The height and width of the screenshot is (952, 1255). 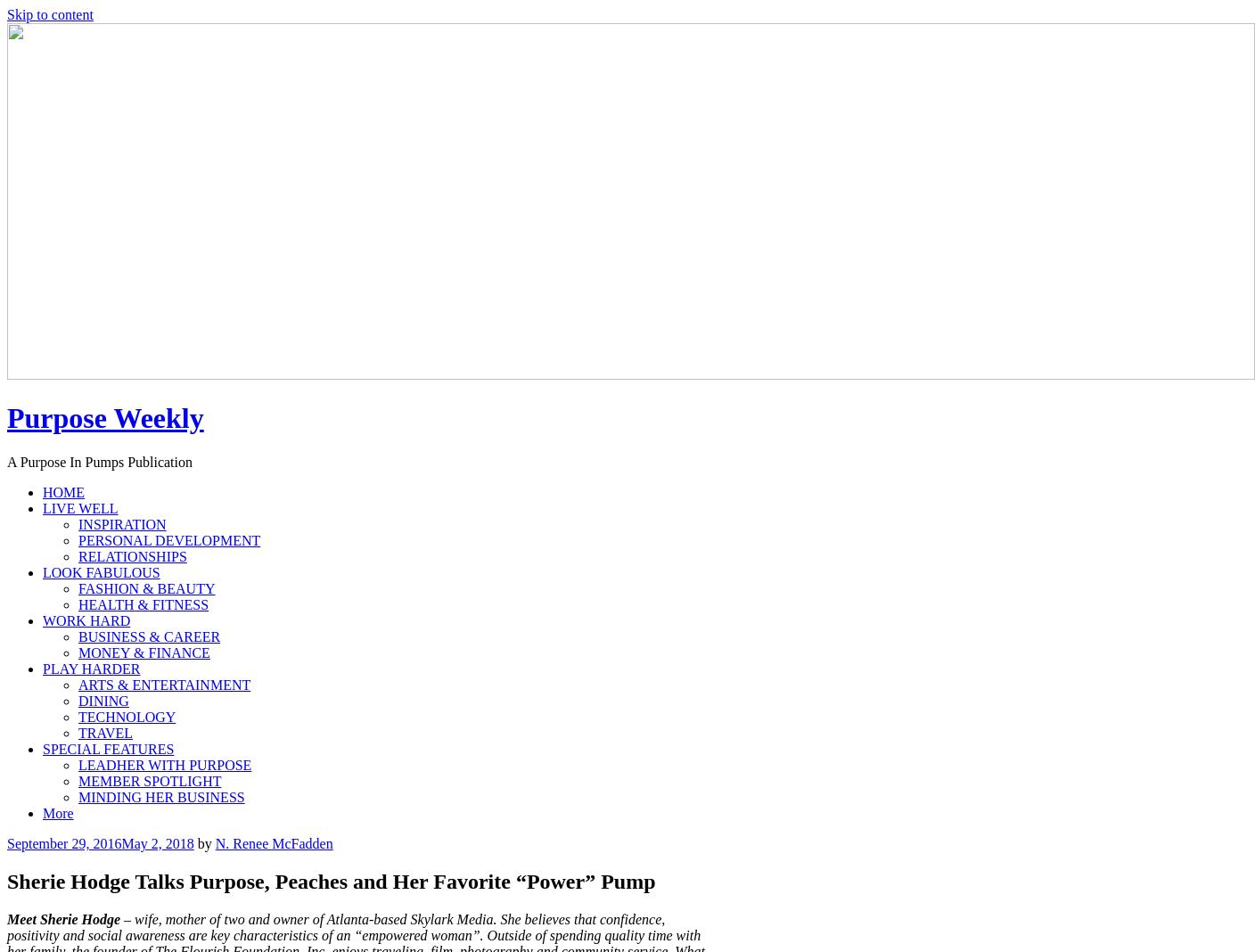 I want to click on 'LEADHER WITH PURPOSE', so click(x=164, y=763).